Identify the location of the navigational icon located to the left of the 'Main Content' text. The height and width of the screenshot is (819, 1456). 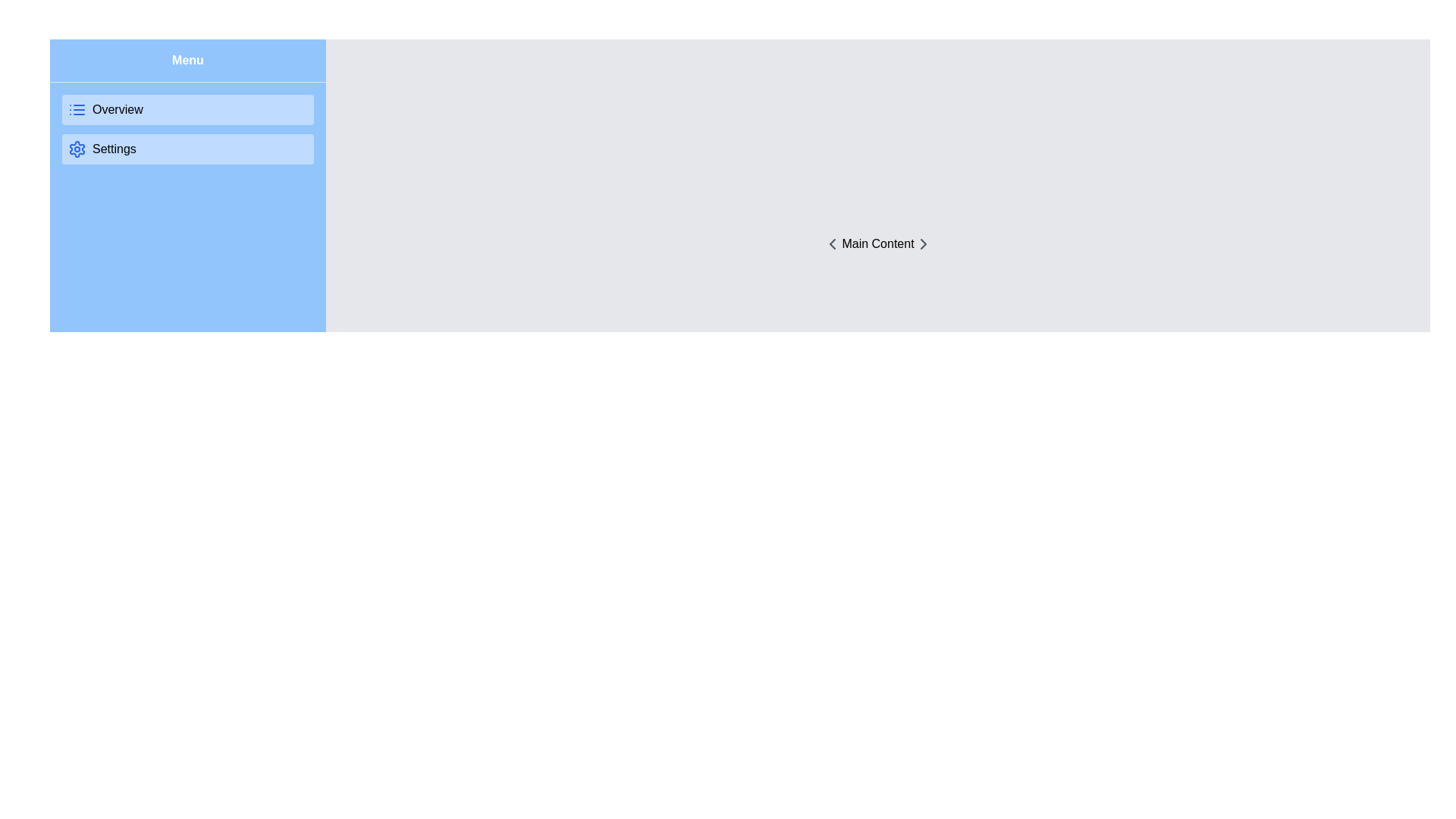
(832, 243).